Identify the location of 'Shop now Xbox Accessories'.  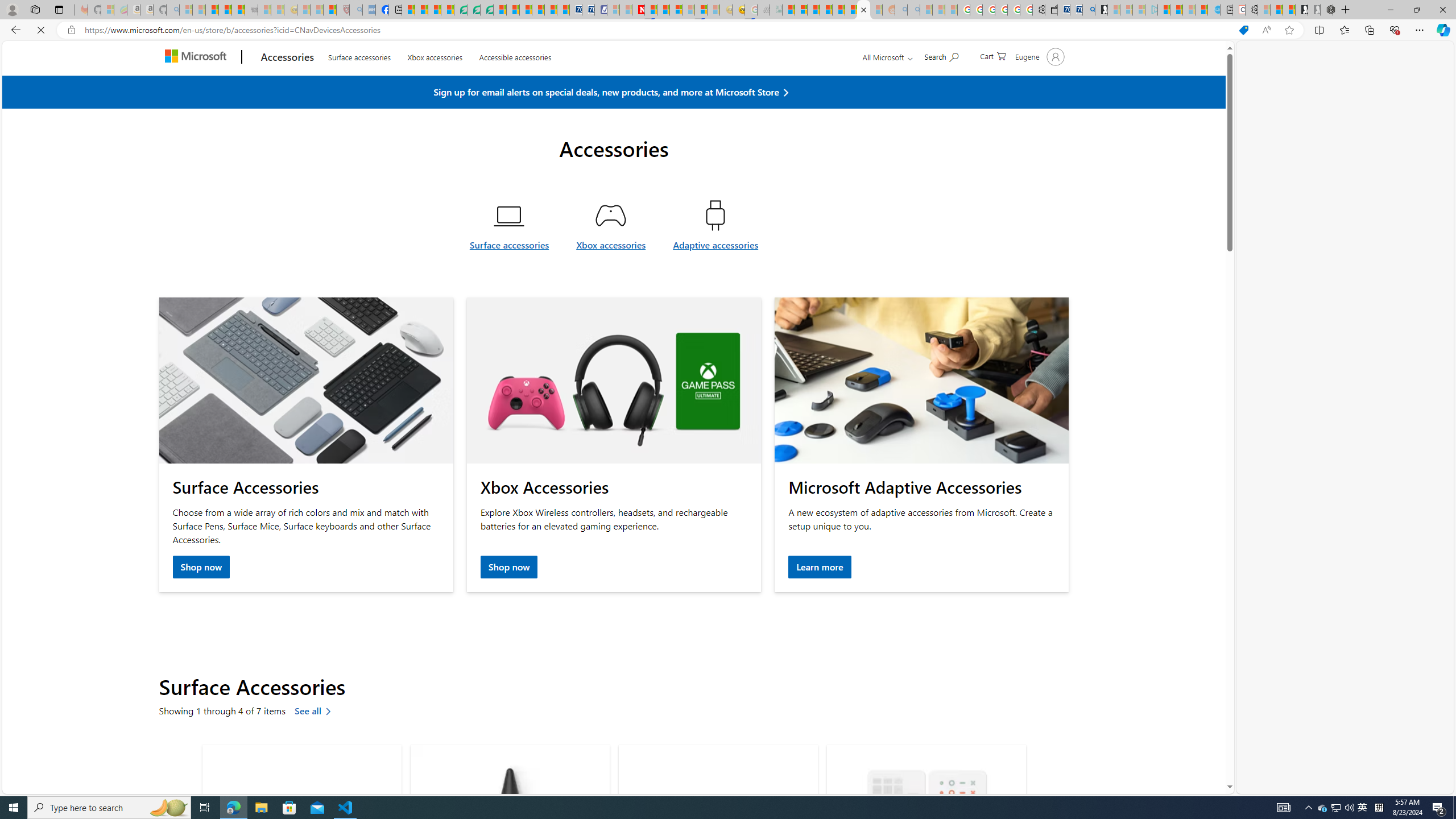
(510, 567).